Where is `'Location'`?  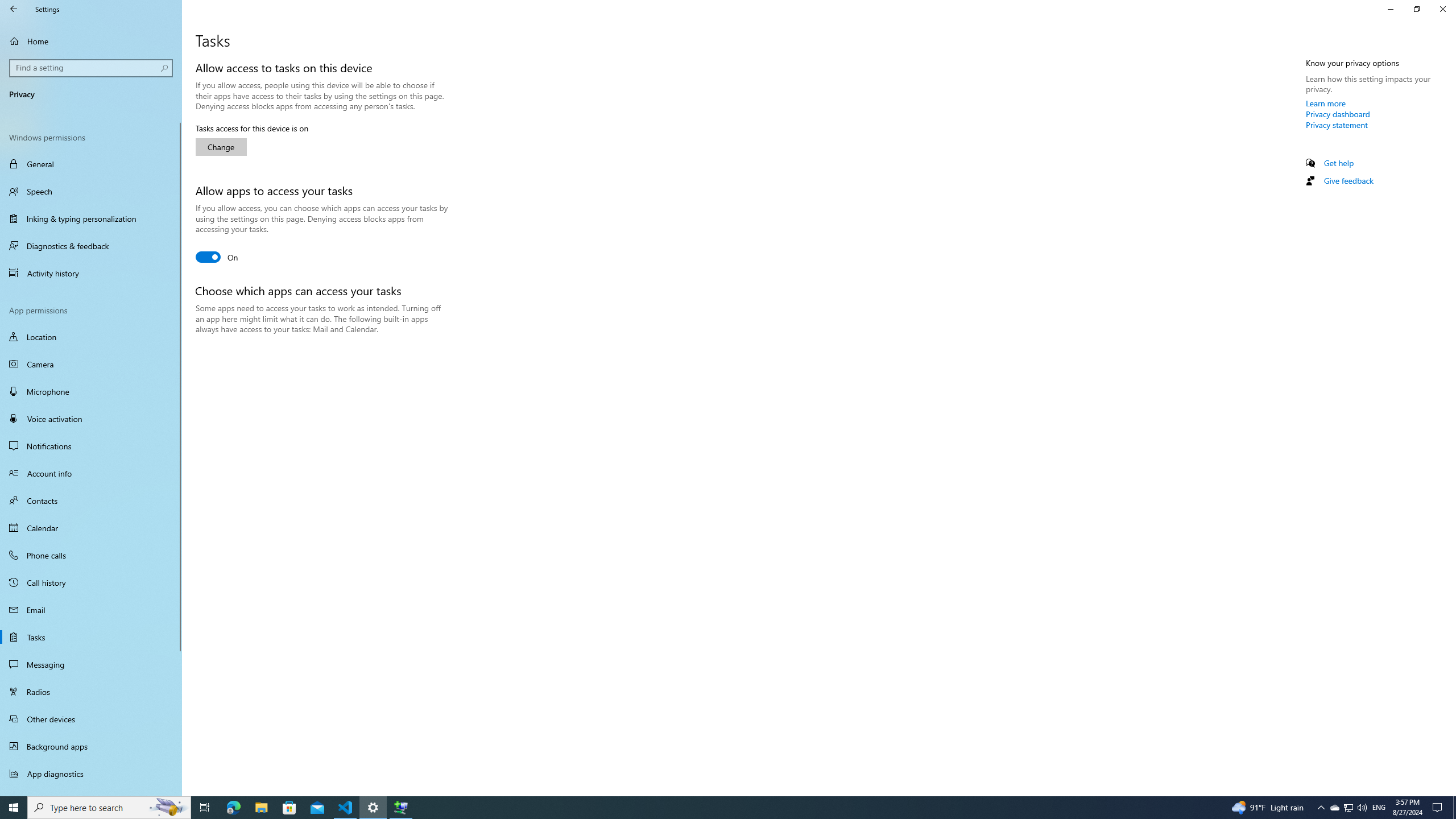 'Location' is located at coordinates (90, 336).